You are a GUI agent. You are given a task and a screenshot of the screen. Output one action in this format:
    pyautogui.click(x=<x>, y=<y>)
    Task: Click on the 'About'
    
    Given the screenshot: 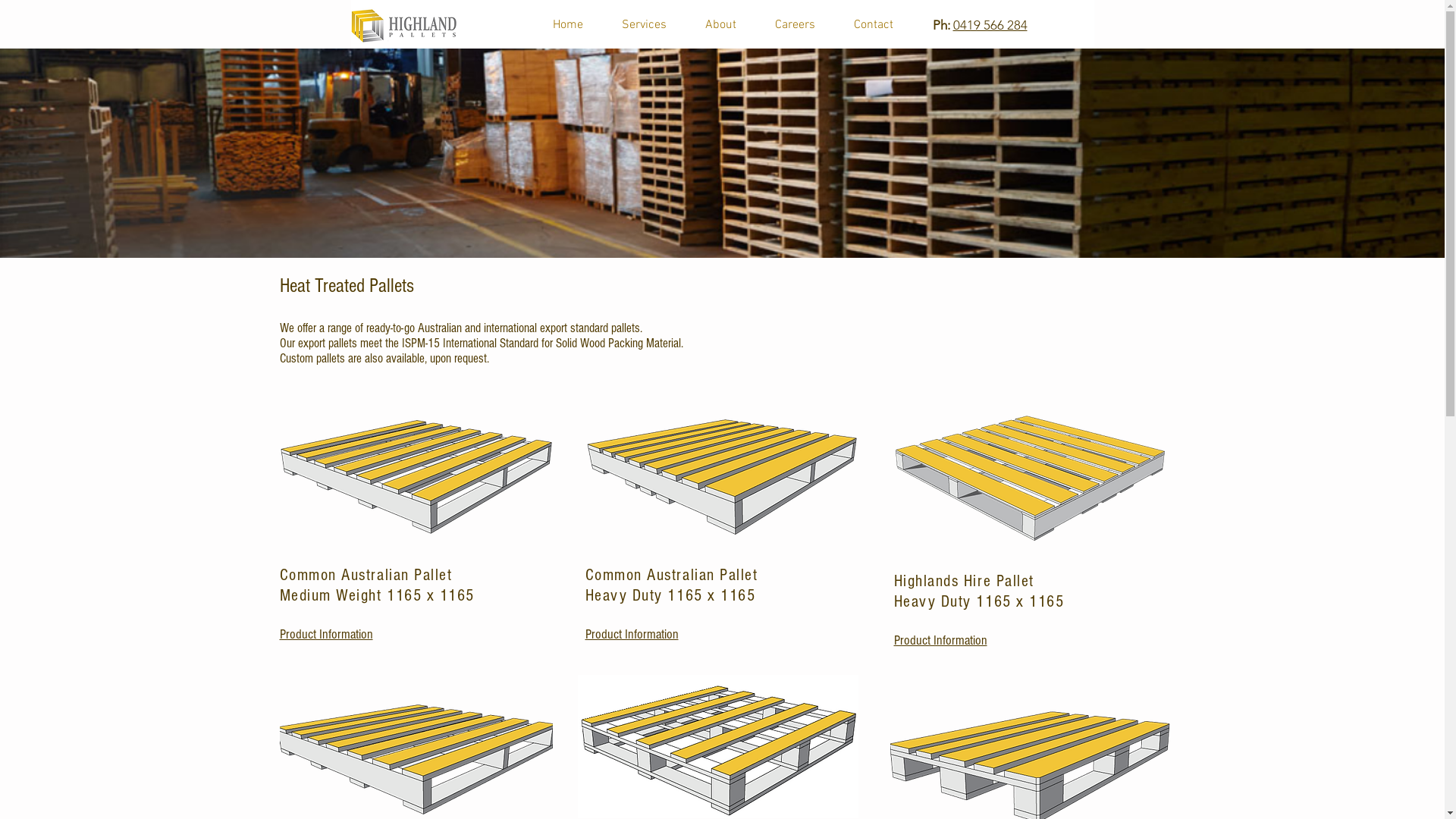 What is the action you would take?
    pyautogui.click(x=720, y=25)
    